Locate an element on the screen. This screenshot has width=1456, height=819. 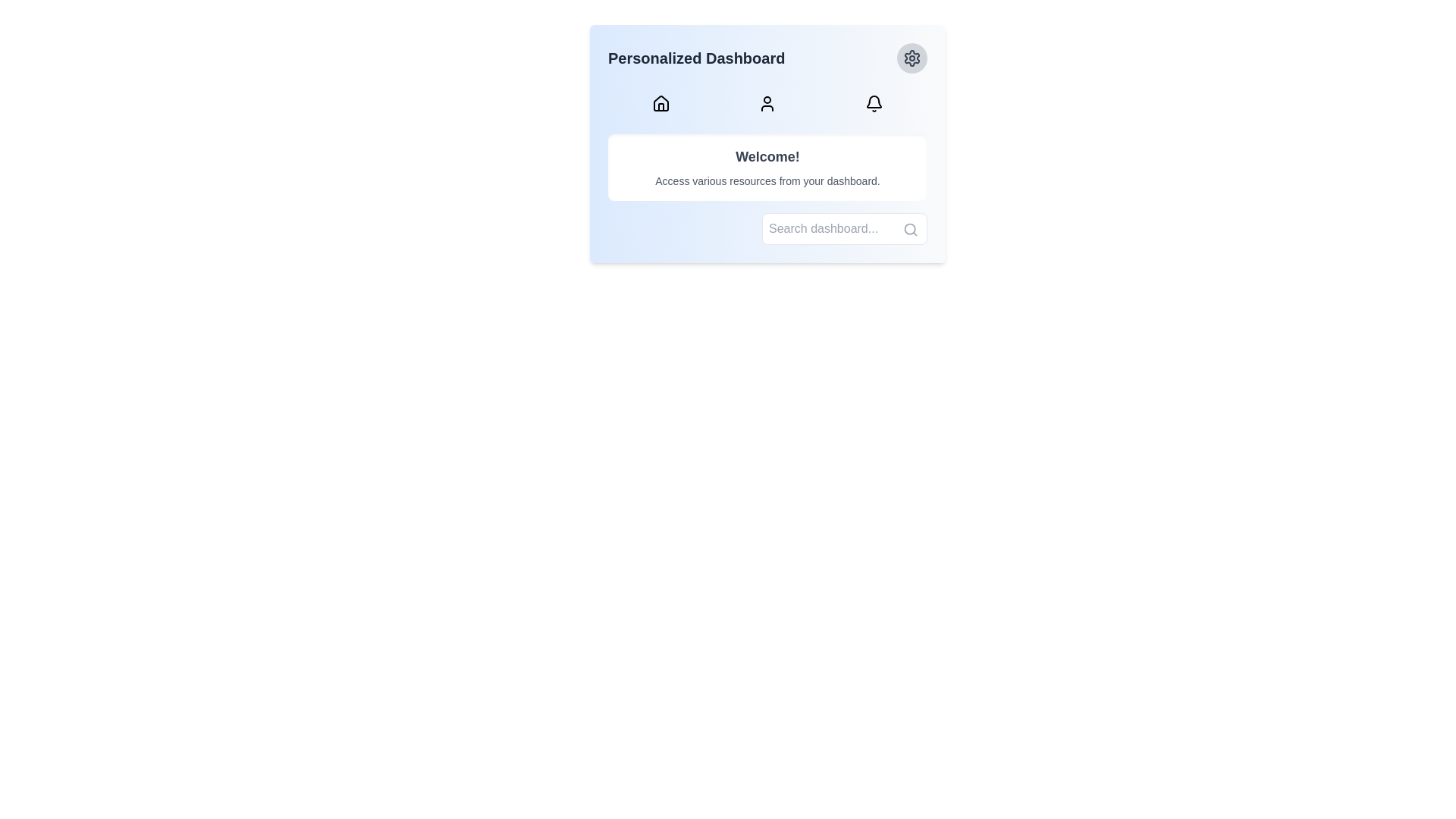
the second icon from the left on the horizontal toolbar at the top of the dashboard card interface, which represents user-related functionality is located at coordinates (767, 103).